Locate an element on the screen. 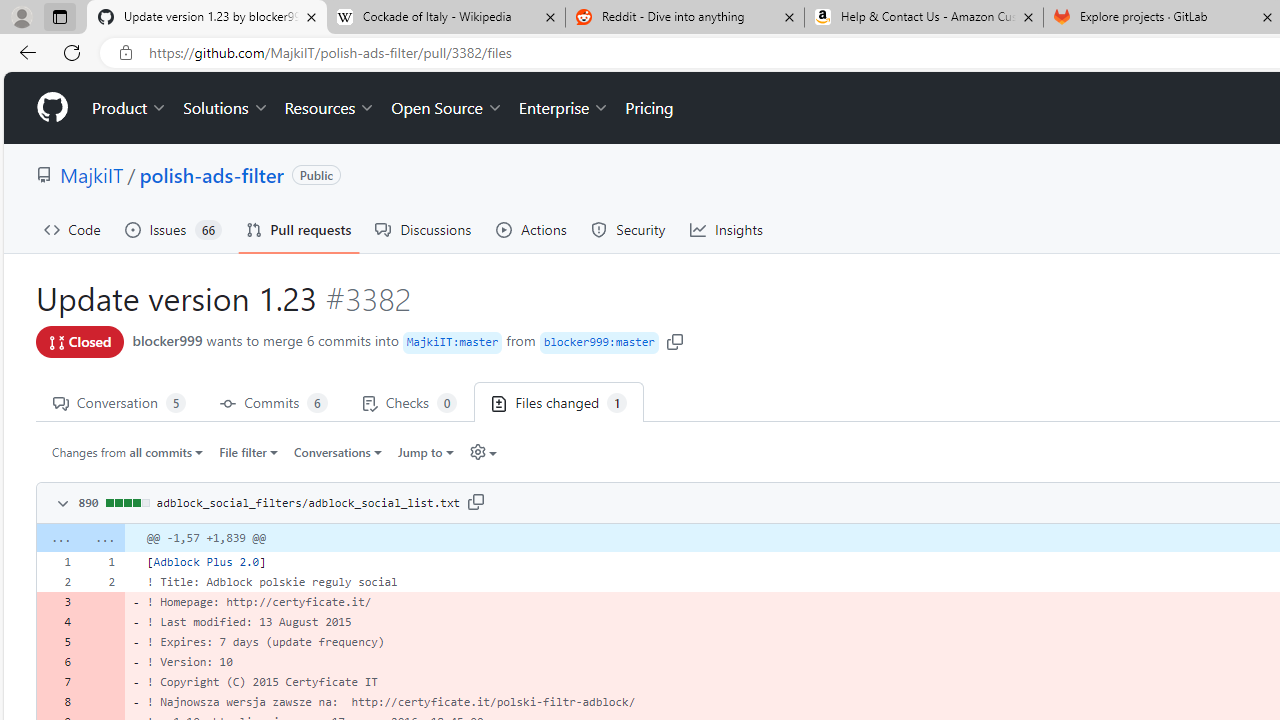 This screenshot has height=720, width=1280. 'Pricing' is located at coordinates (649, 108).